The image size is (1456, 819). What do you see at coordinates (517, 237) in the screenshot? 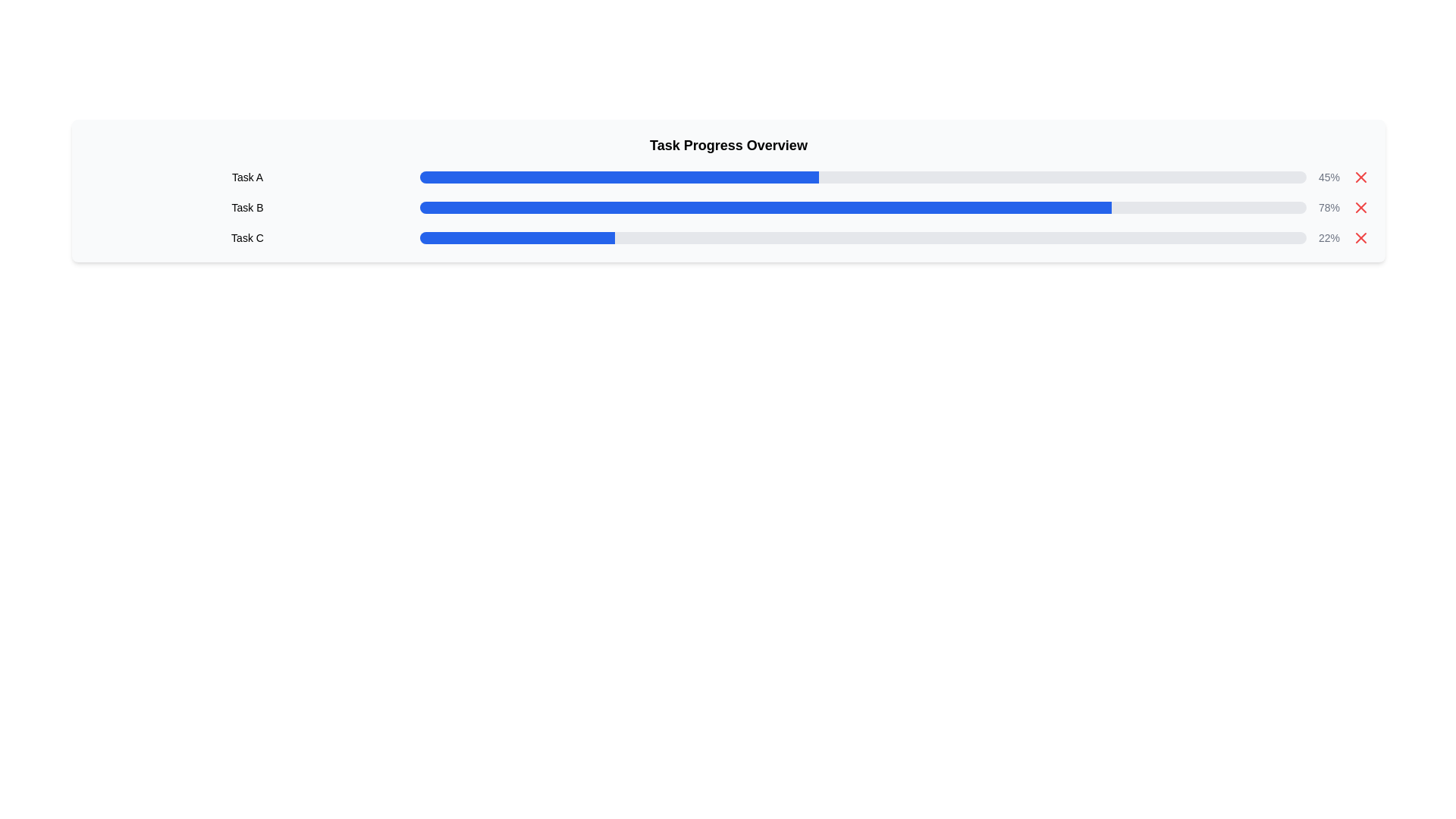
I see `the filled portion of the progress bar segment indicating 22% progress of 'Task C'` at bounding box center [517, 237].